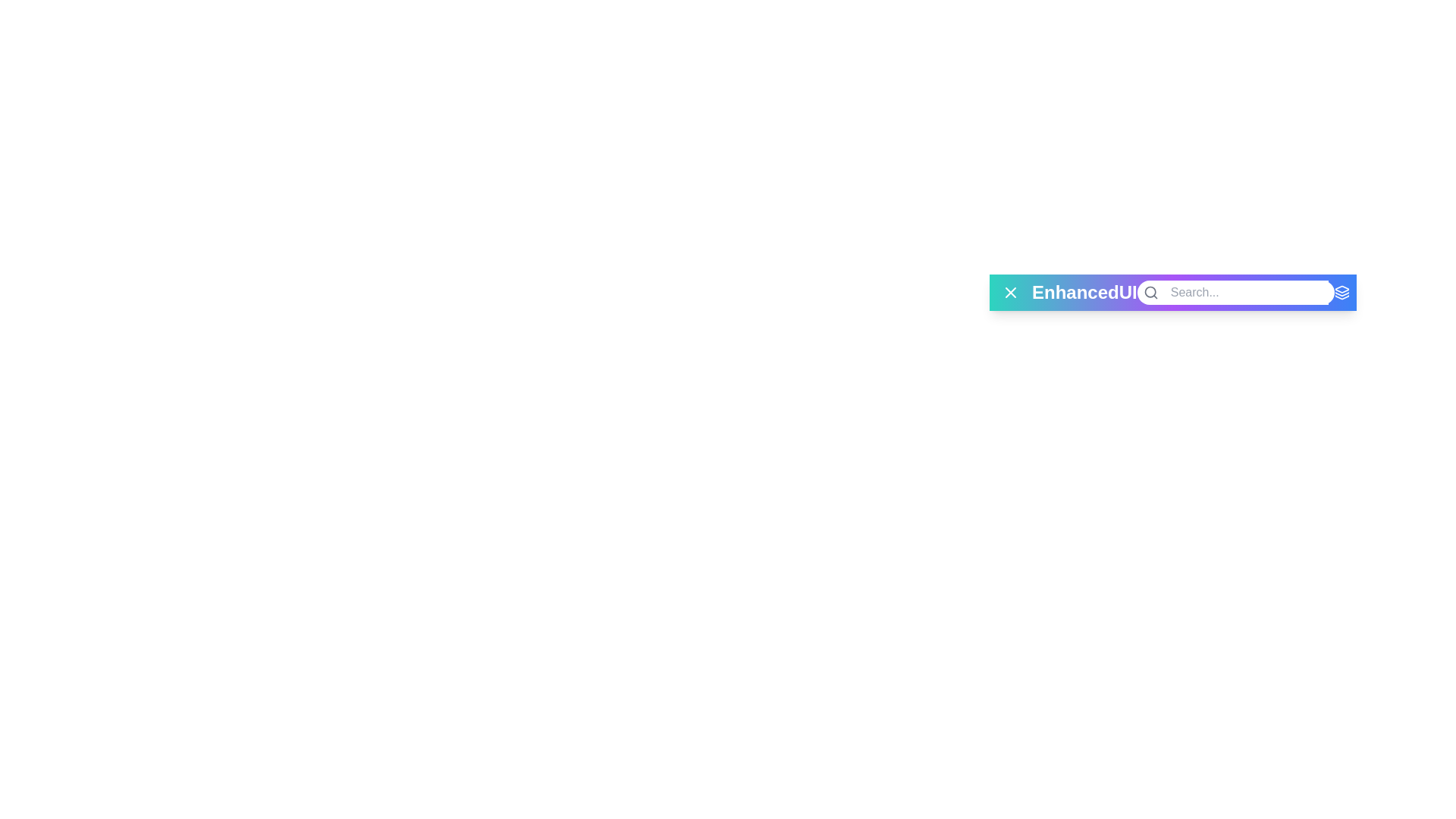 The height and width of the screenshot is (819, 1456). Describe the element at coordinates (1011, 292) in the screenshot. I see `menu toggle button to toggle the menu state` at that location.